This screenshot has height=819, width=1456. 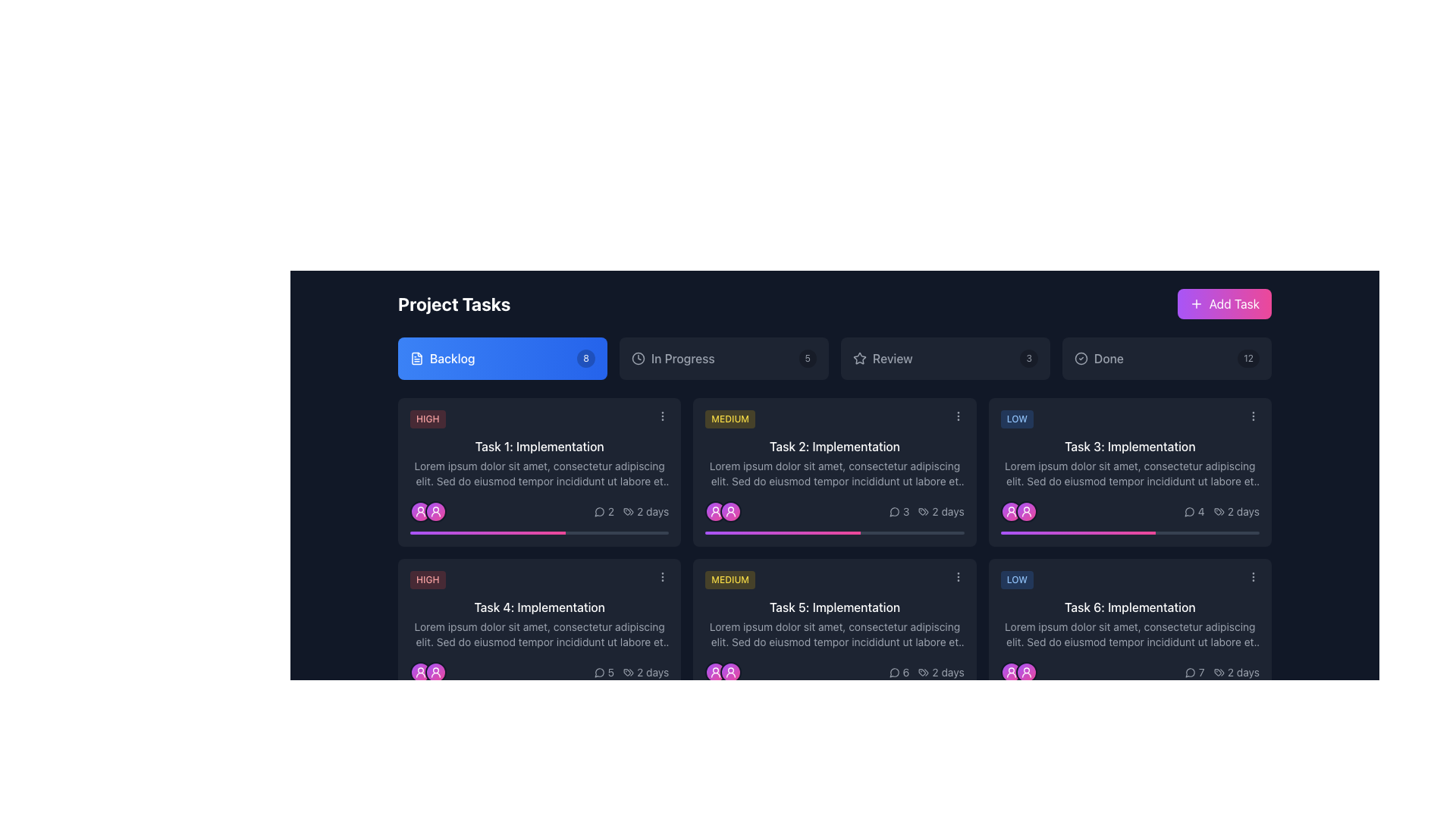 I want to click on the relationship between the icon and text label that indicates the number of comments or messages within the task card, located in the bottom-right corner, to the left of the '2 days' label, so click(x=603, y=672).